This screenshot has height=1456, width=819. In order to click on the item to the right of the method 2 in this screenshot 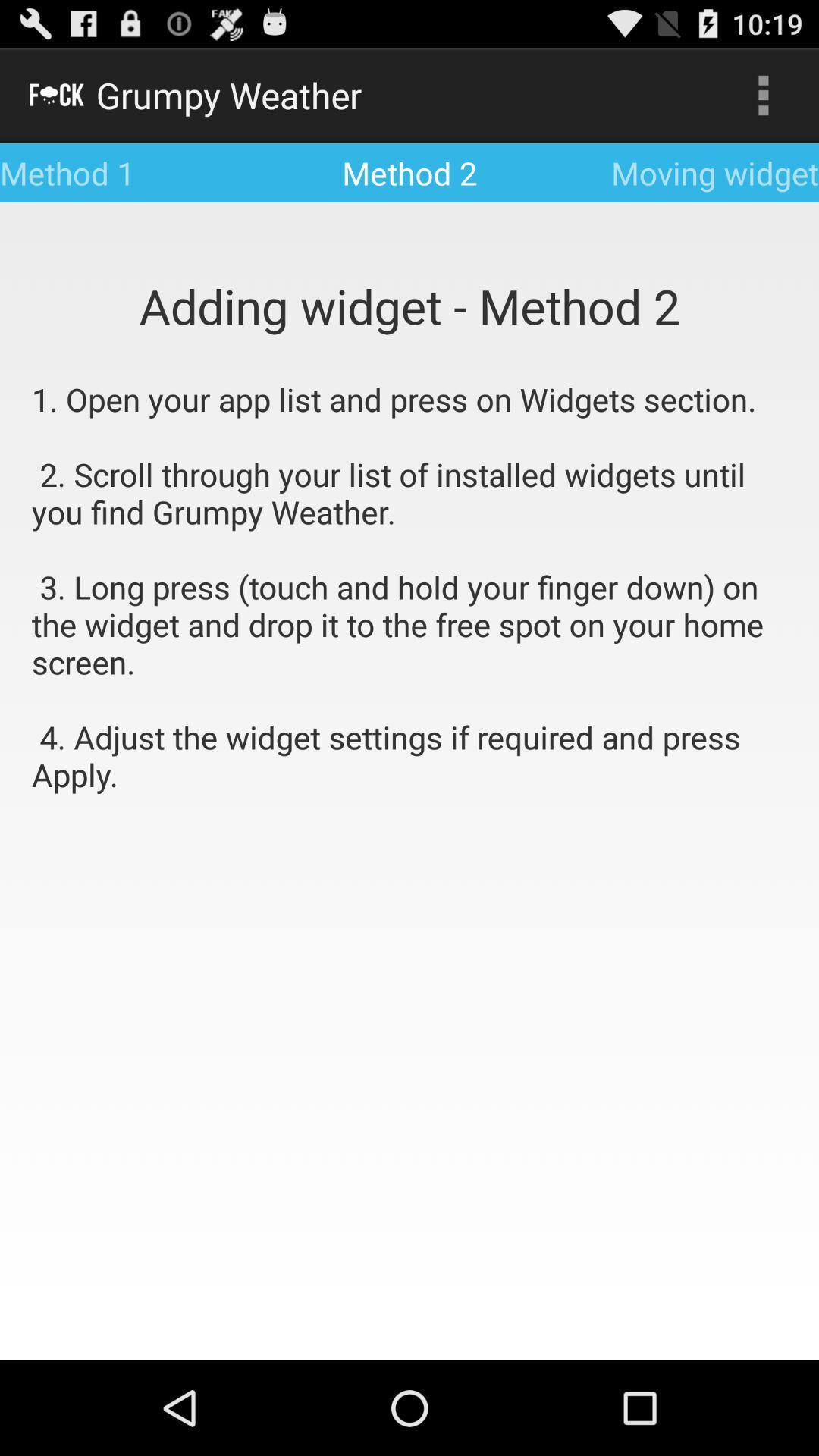, I will do `click(763, 94)`.